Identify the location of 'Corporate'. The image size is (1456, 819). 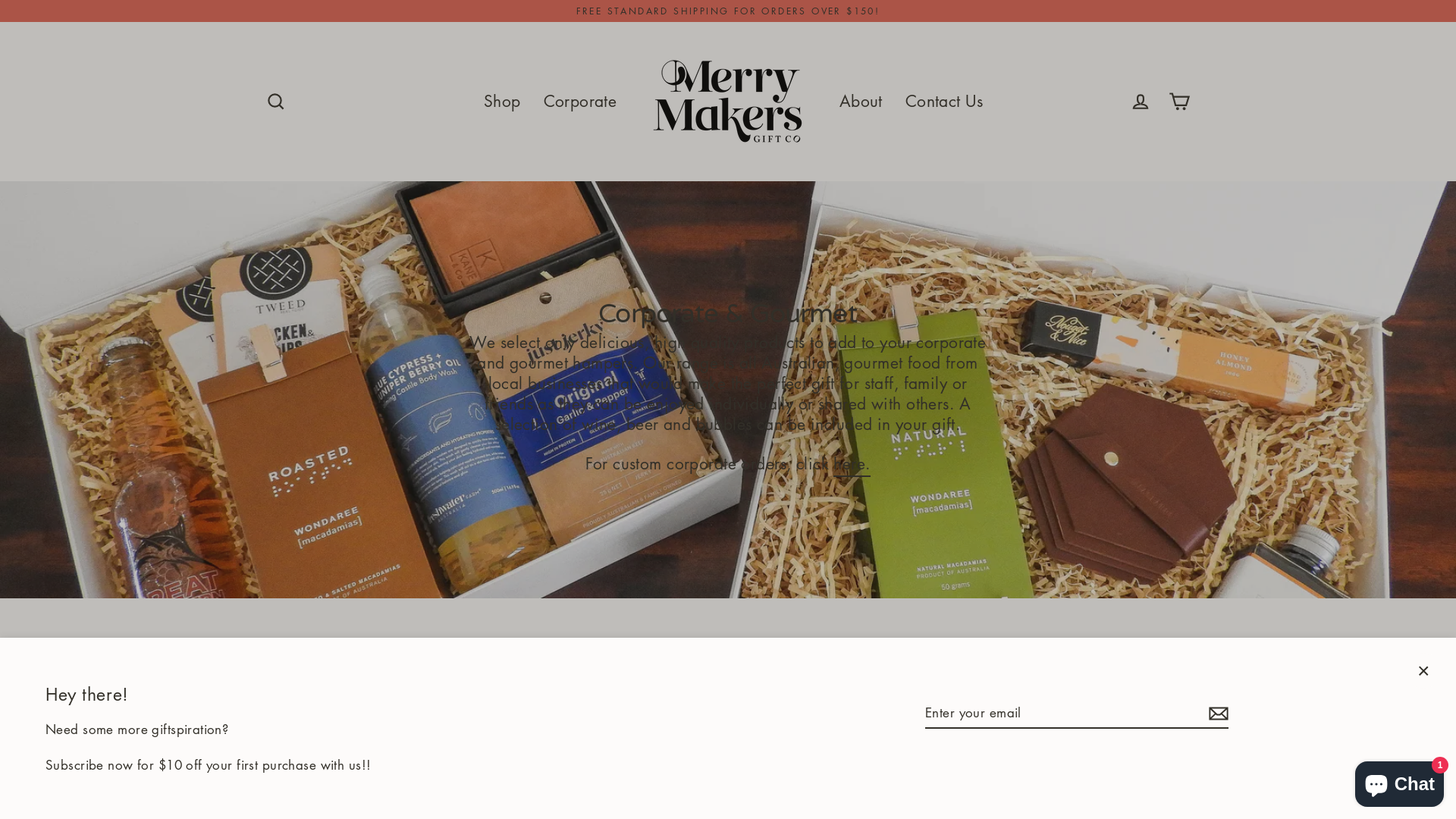
(579, 102).